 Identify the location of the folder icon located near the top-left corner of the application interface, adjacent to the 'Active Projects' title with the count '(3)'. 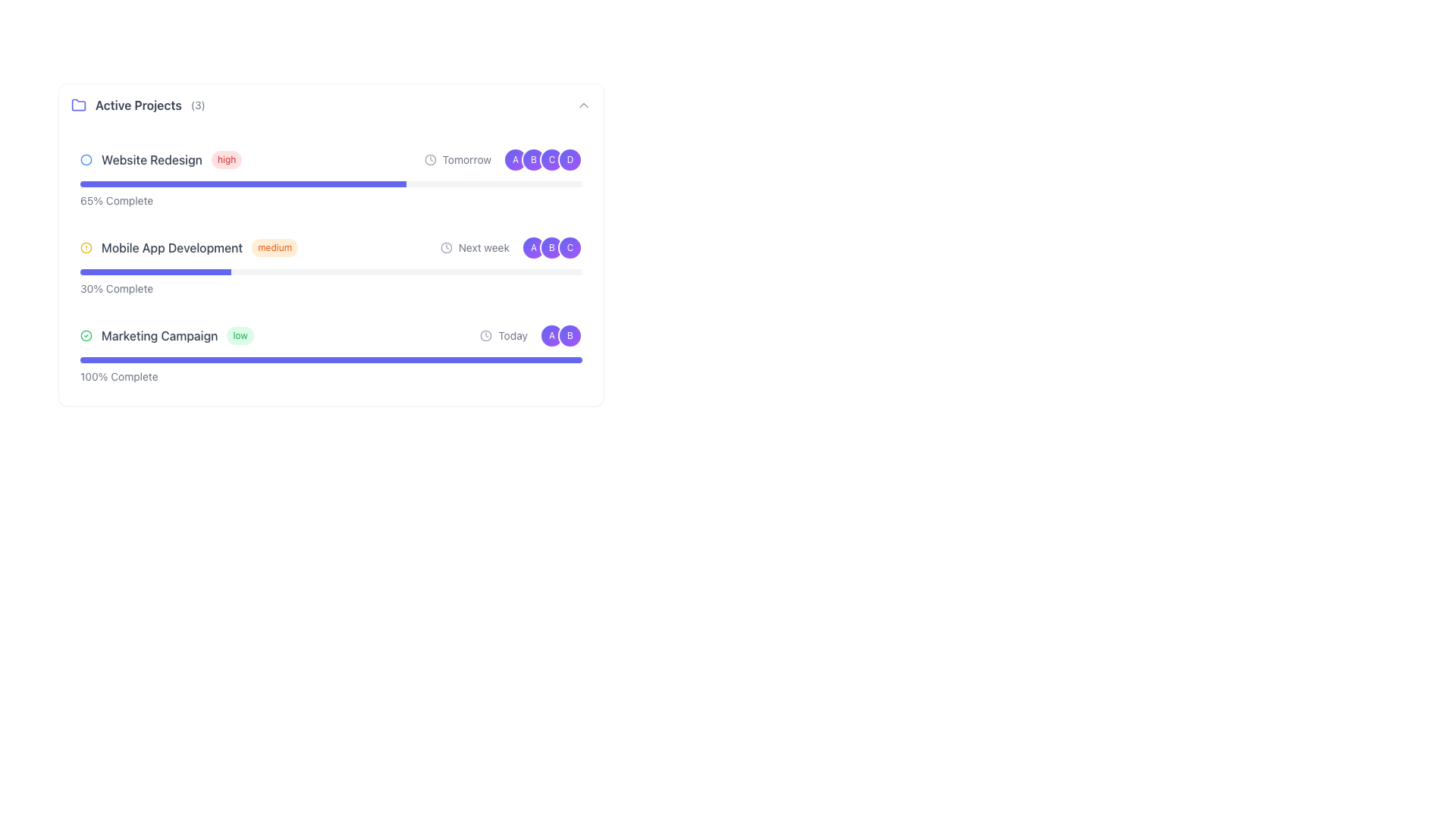
(78, 104).